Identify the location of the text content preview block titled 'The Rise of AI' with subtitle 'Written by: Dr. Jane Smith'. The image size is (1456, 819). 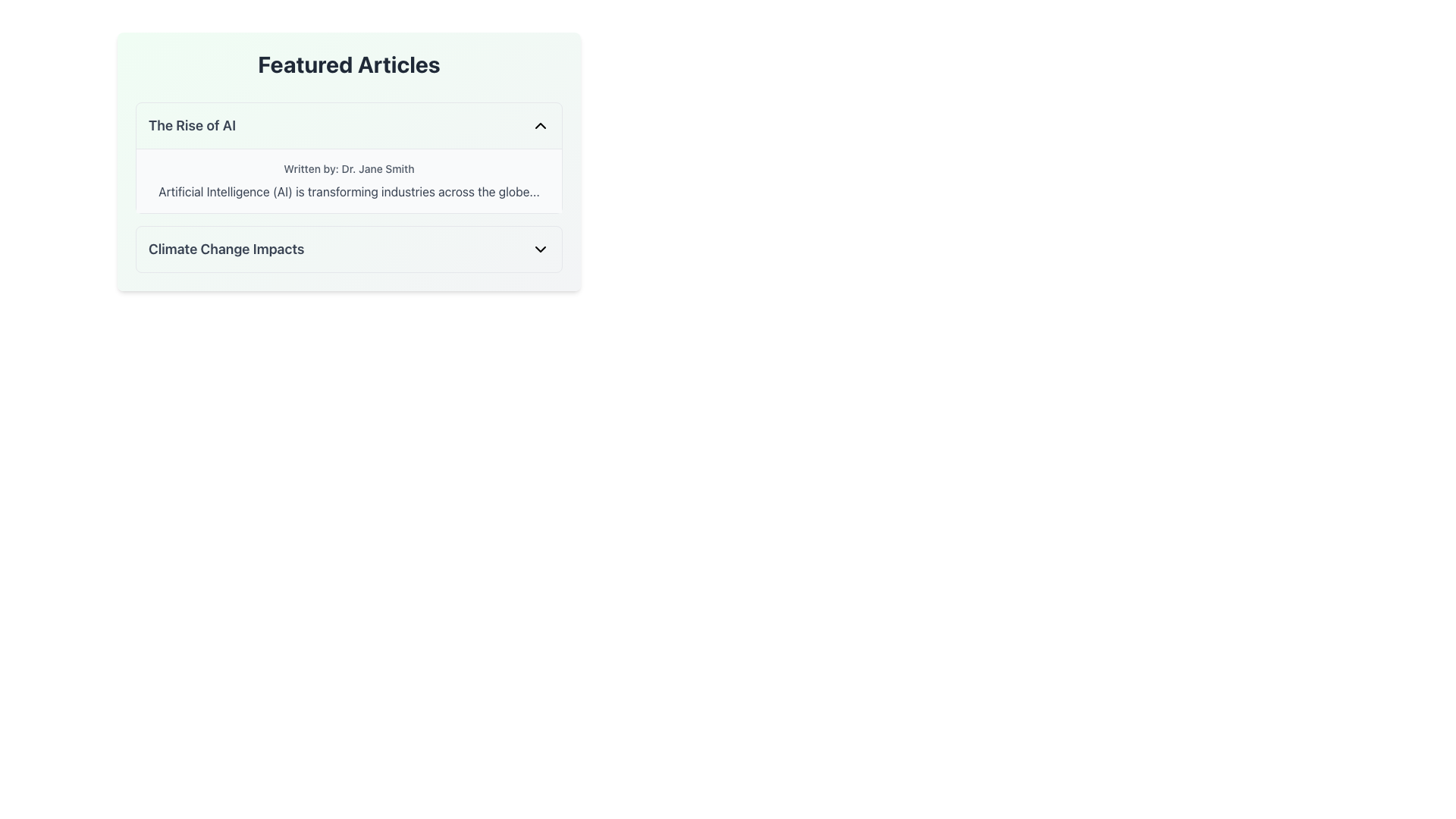
(348, 187).